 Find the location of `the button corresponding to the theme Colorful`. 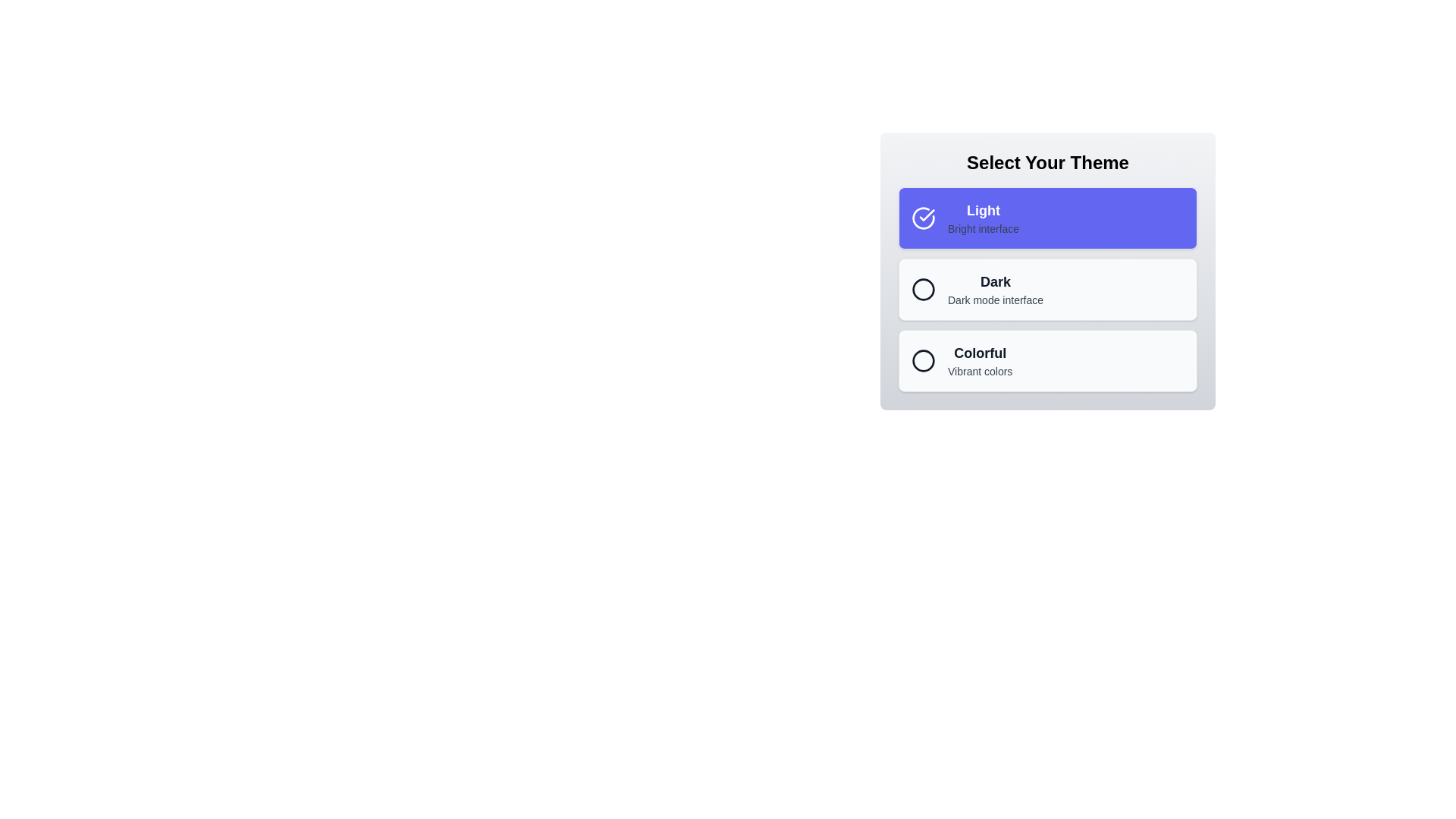

the button corresponding to the theme Colorful is located at coordinates (1047, 360).